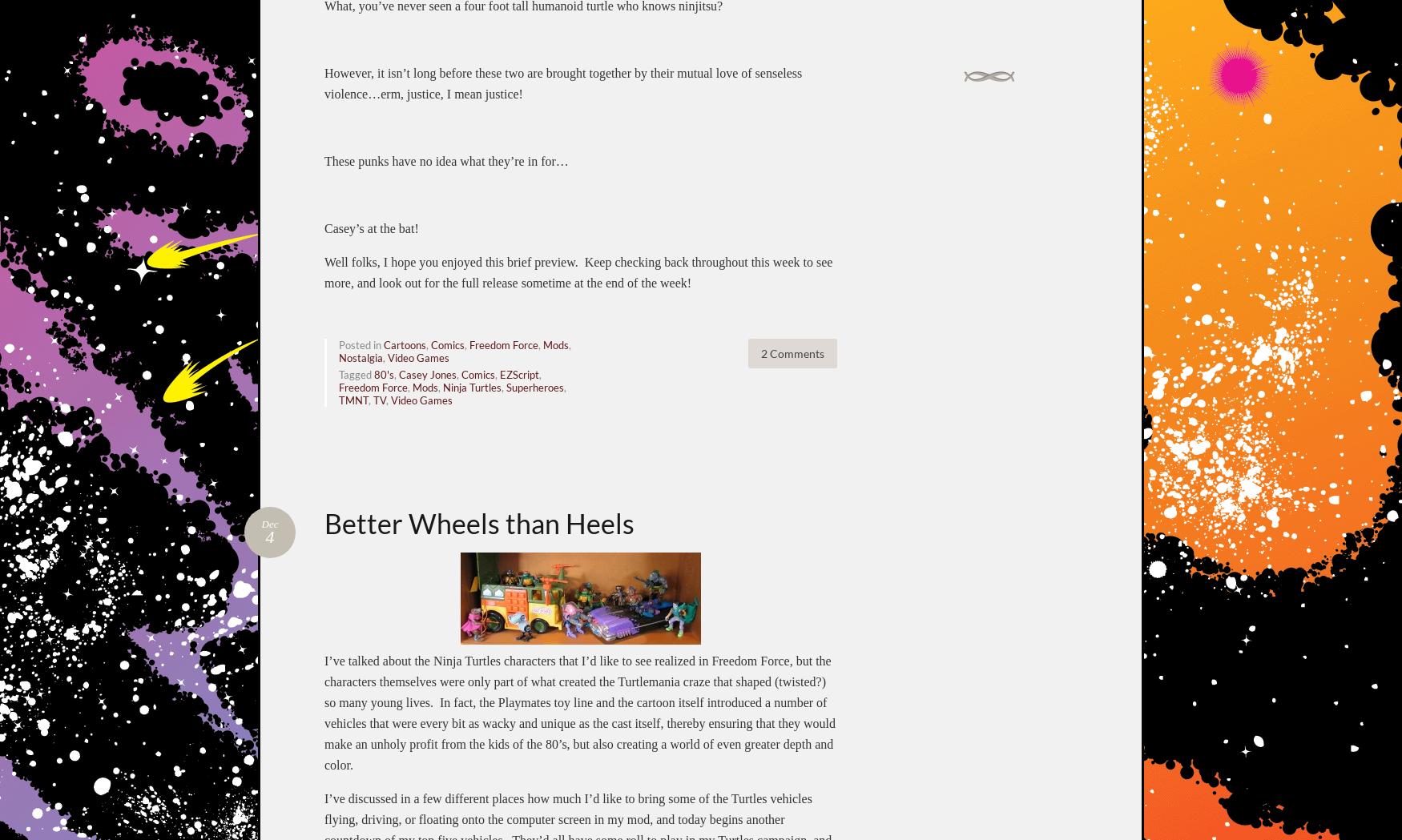 This screenshot has height=840, width=1402. Describe the element at coordinates (404, 343) in the screenshot. I see `'Cartoons'` at that location.